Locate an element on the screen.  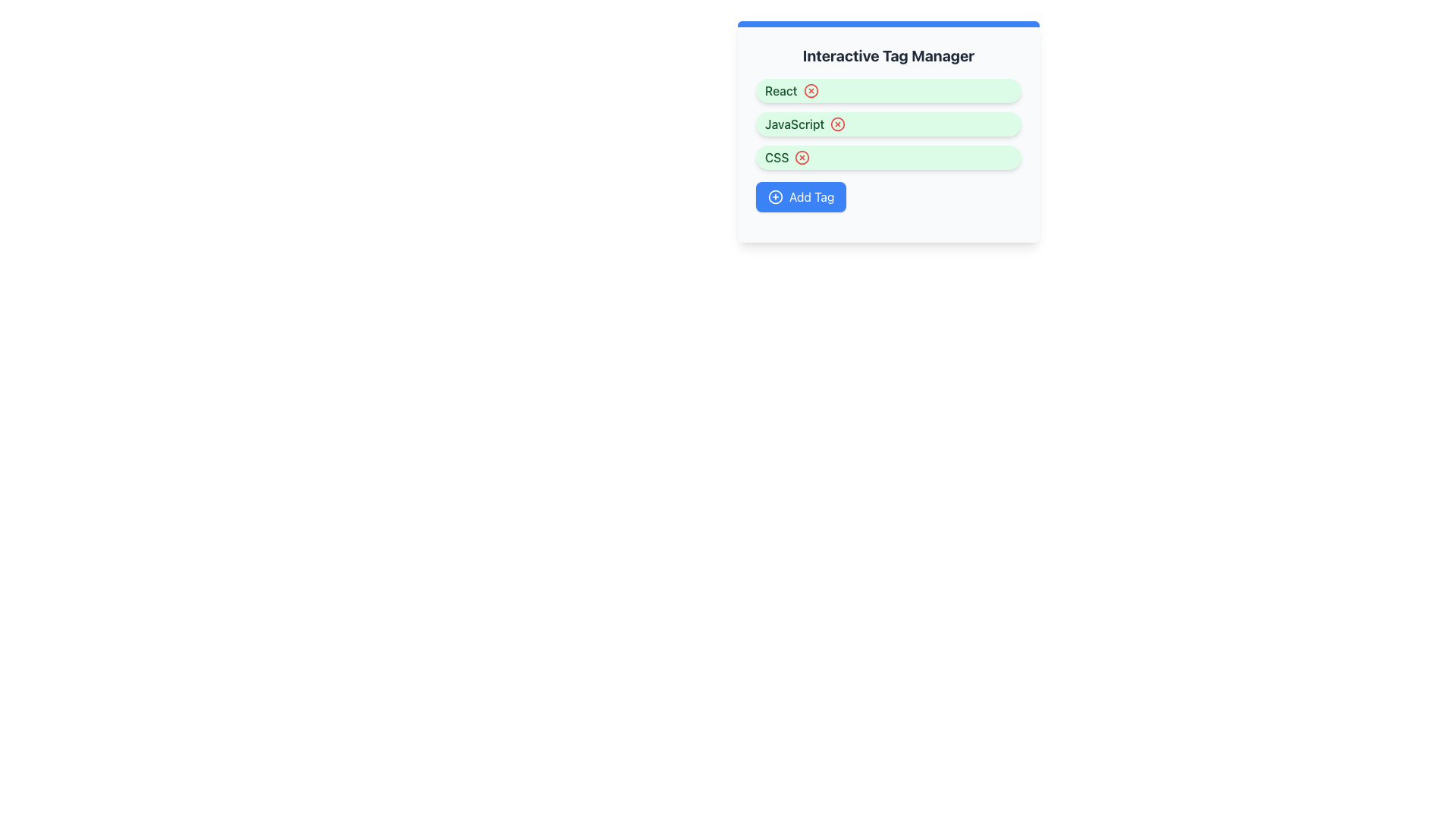
the third tag element with a light green background and a bold 'CSS' label, which includes a red 'X' button for removal, to observe the interaction of the 'X' button is located at coordinates (888, 158).